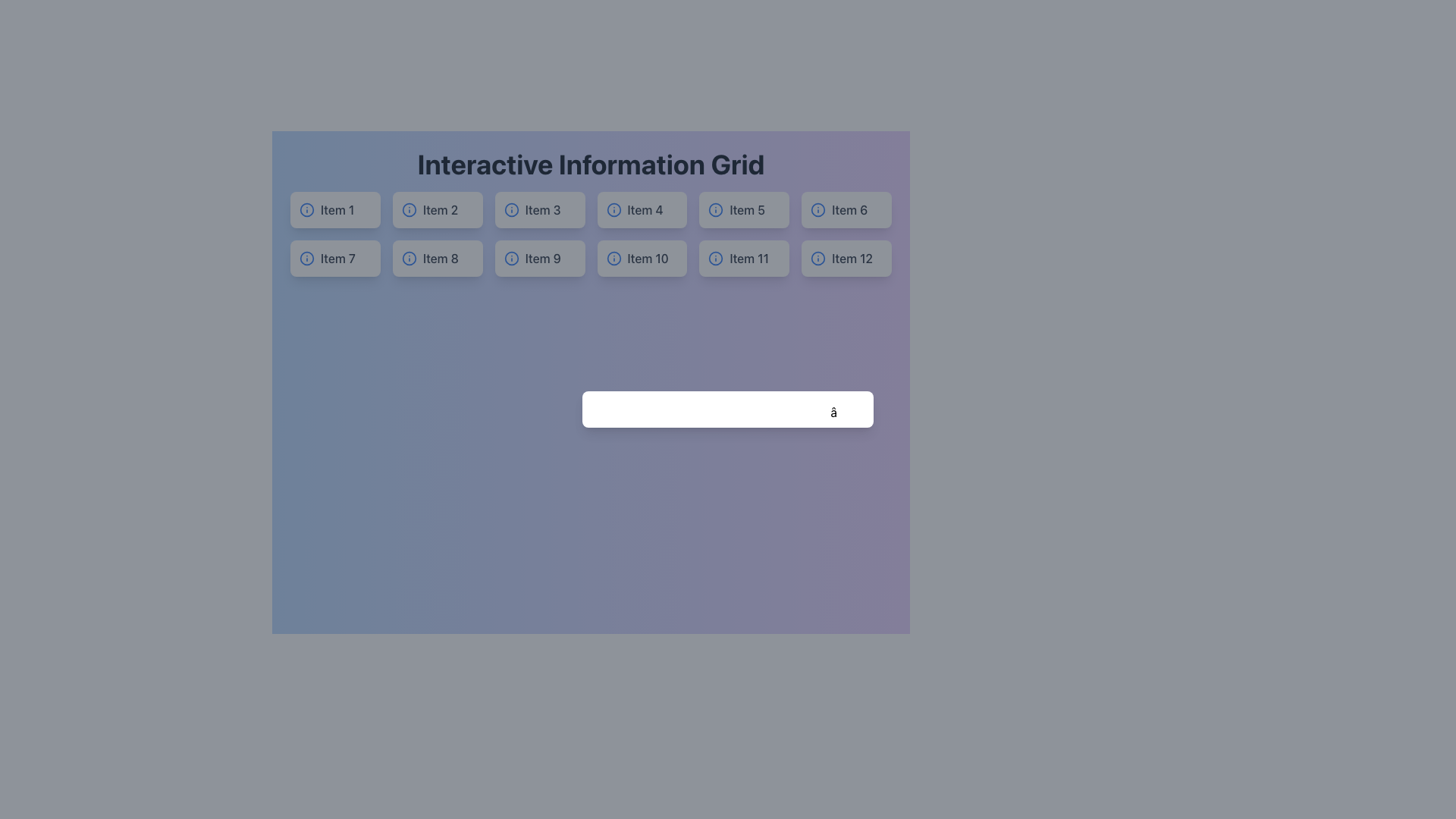 The width and height of the screenshot is (1456, 819). Describe the element at coordinates (846, 257) in the screenshot. I see `the interactive button located at the bottom-right corner of the grid, which provides additional information or actions related to 'Item 12'` at that location.